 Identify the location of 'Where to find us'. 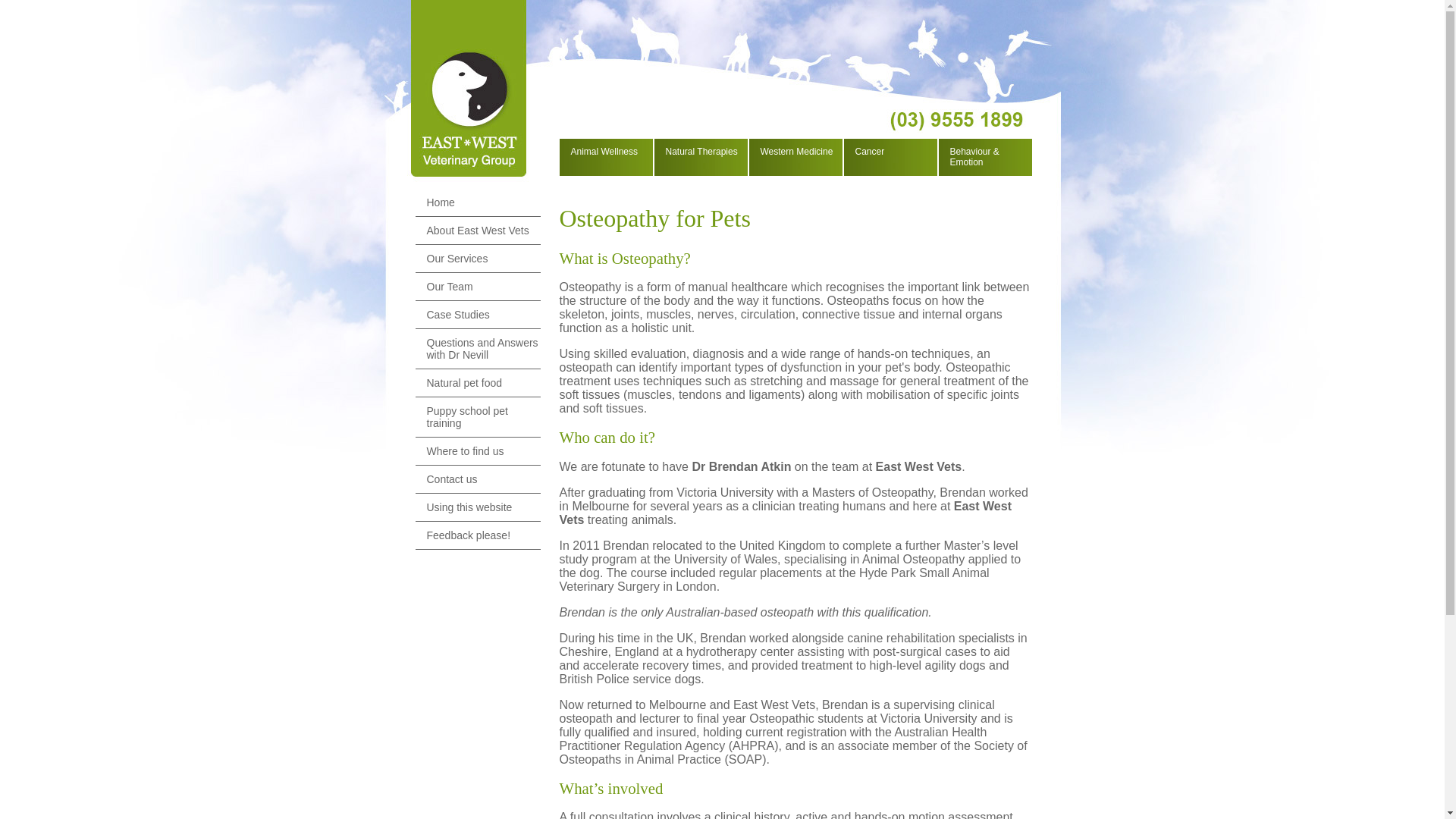
(477, 450).